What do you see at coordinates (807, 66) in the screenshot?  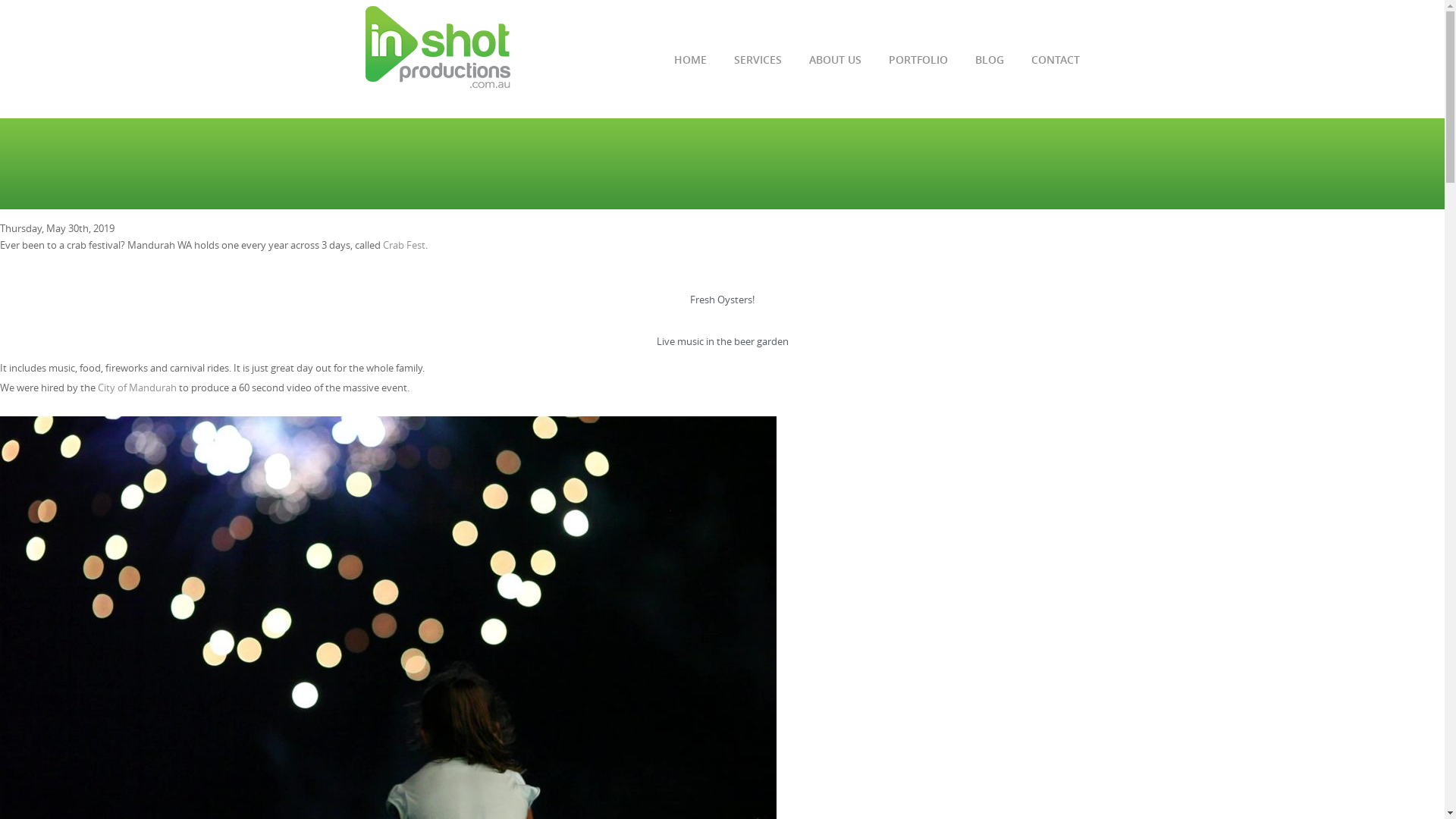 I see `'ABOUT US'` at bounding box center [807, 66].